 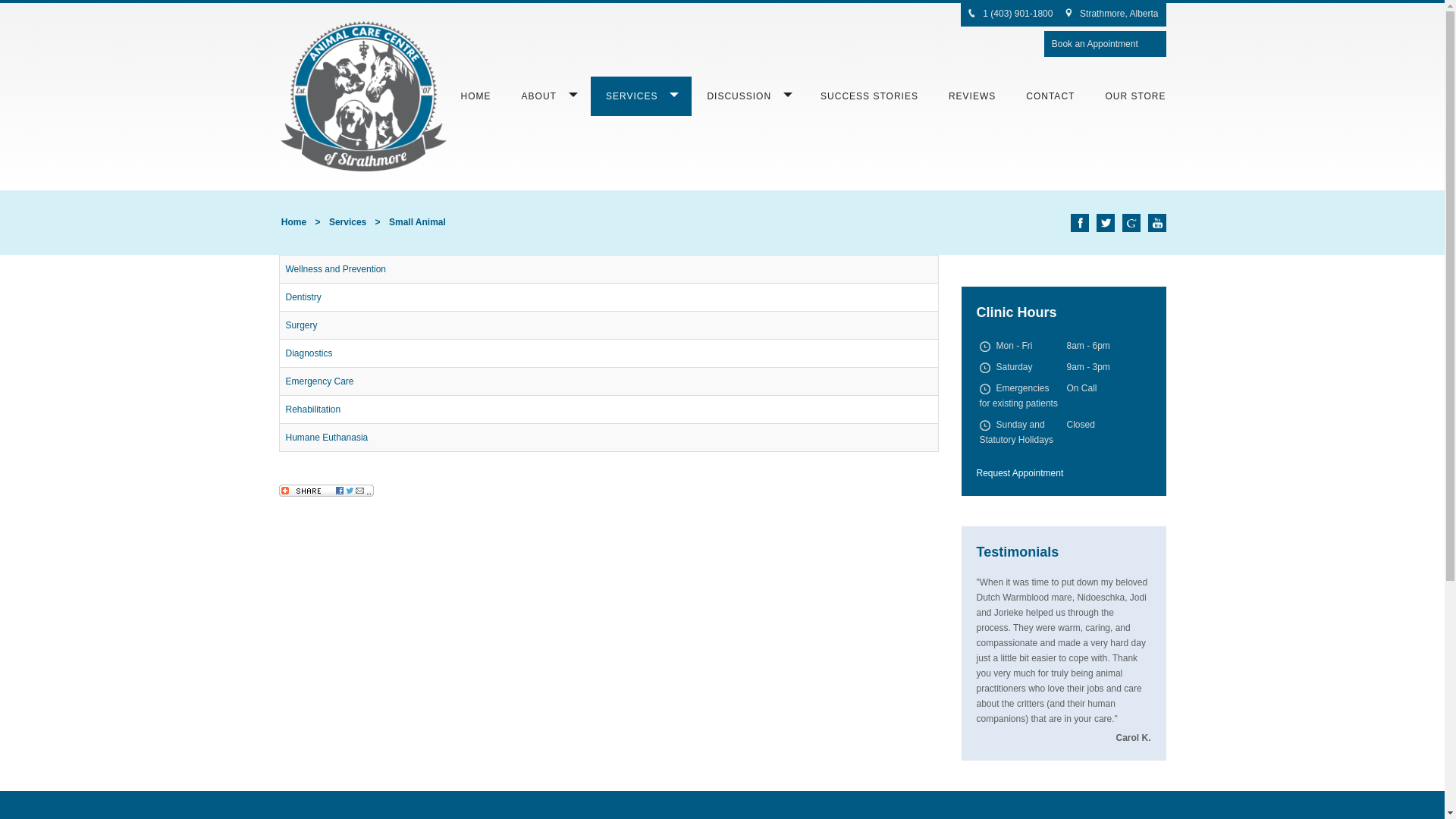 I want to click on 'SUCCESS STORIES', so click(x=869, y=96).